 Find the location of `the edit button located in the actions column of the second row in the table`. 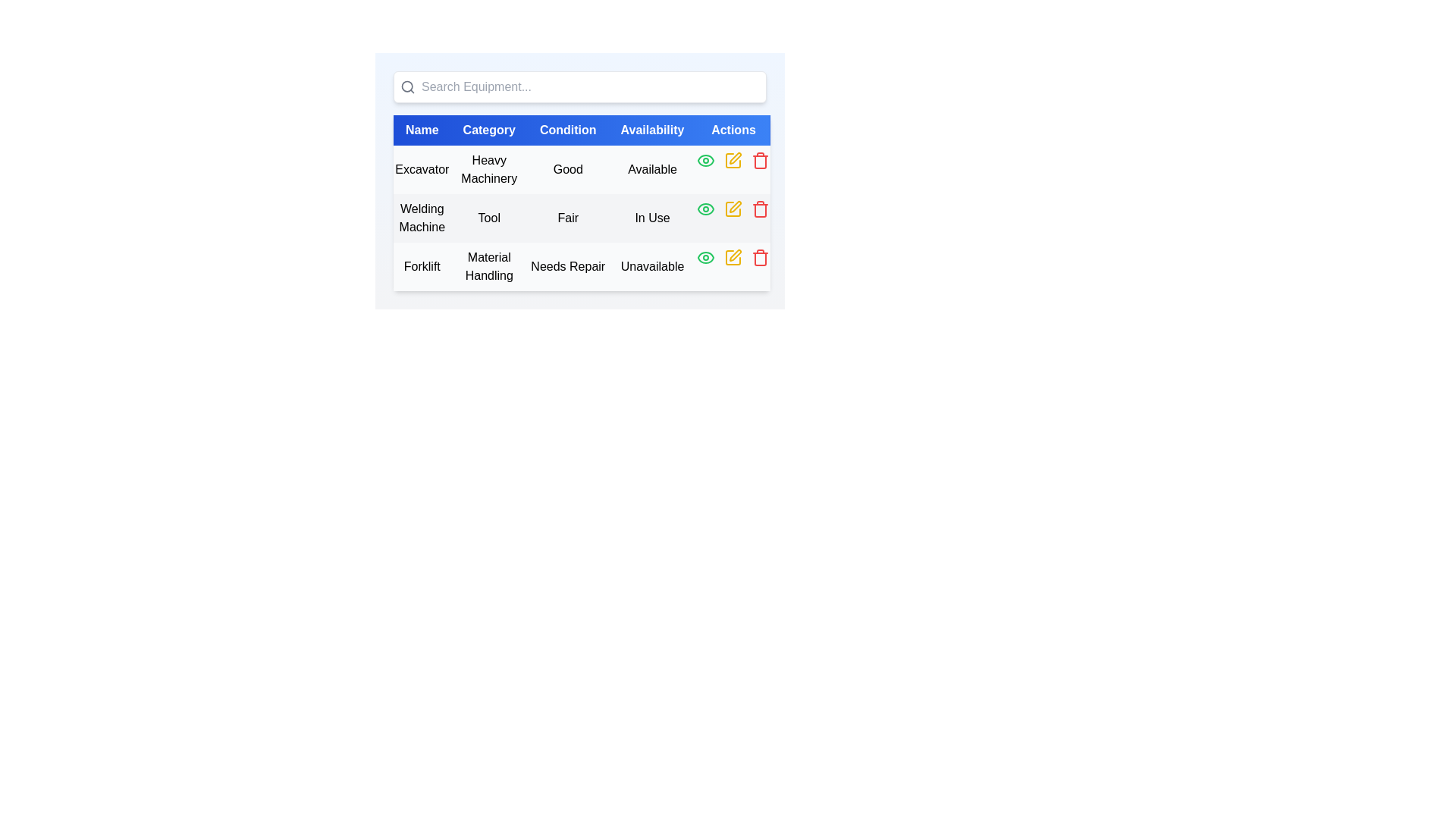

the edit button located in the actions column of the second row in the table is located at coordinates (733, 209).